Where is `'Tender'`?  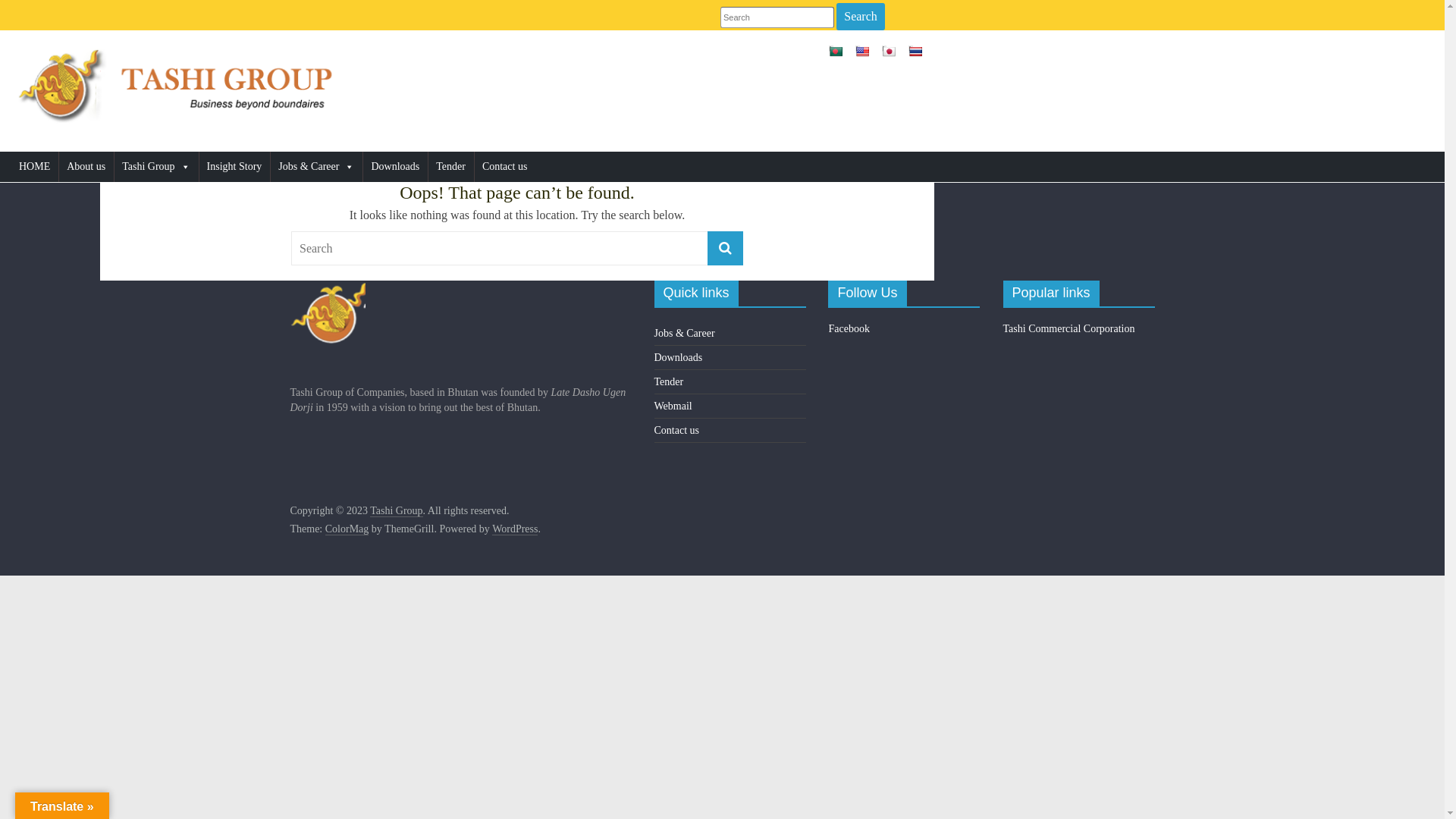
'Tender' is located at coordinates (428, 166).